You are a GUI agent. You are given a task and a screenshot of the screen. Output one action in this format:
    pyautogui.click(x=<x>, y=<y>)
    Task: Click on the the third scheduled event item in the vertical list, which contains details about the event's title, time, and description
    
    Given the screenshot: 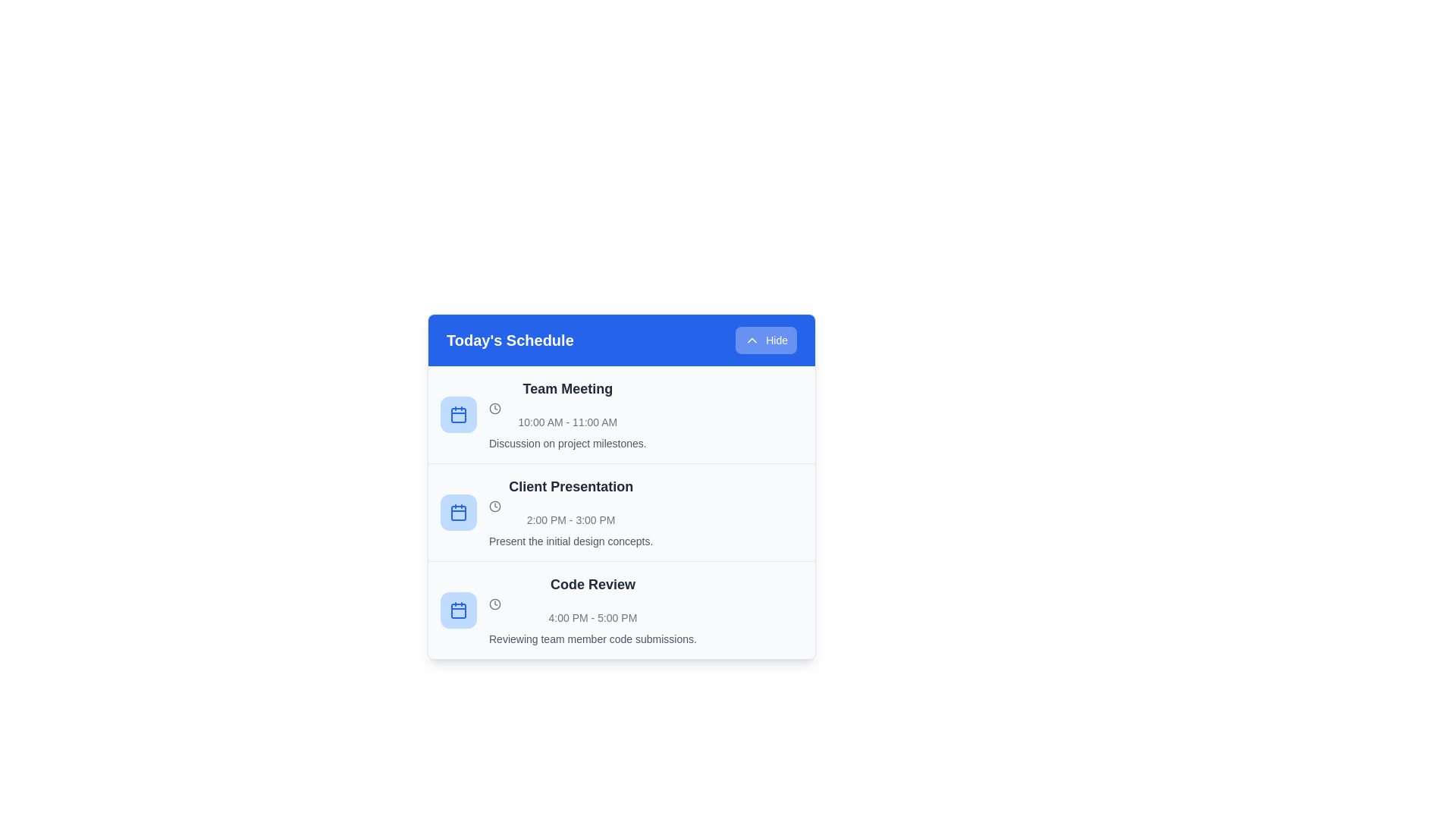 What is the action you would take?
    pyautogui.click(x=622, y=610)
    